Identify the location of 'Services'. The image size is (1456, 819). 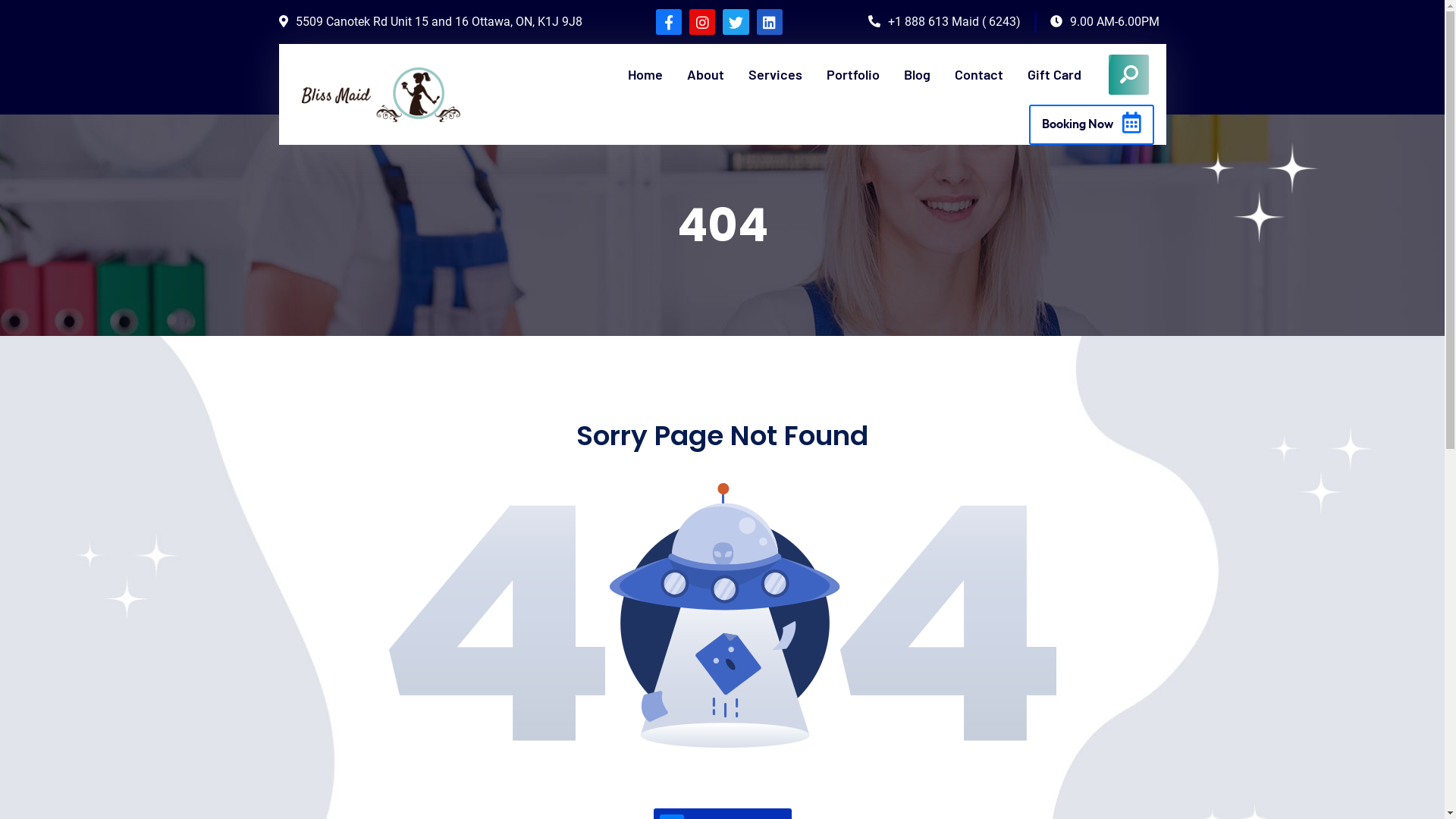
(775, 74).